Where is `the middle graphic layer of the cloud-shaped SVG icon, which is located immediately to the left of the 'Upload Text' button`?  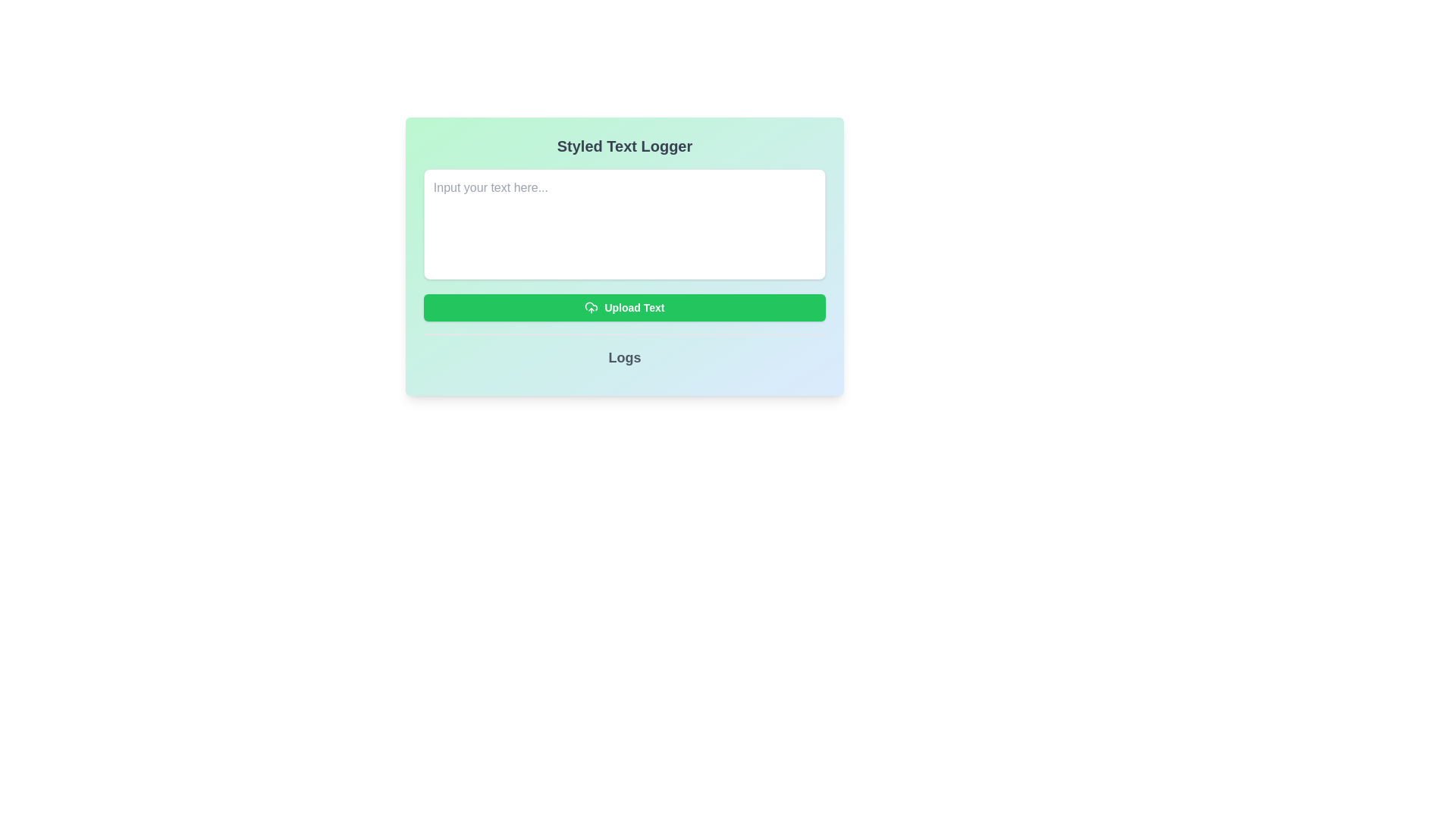
the middle graphic layer of the cloud-shaped SVG icon, which is located immediately to the left of the 'Upload Text' button is located at coordinates (591, 306).